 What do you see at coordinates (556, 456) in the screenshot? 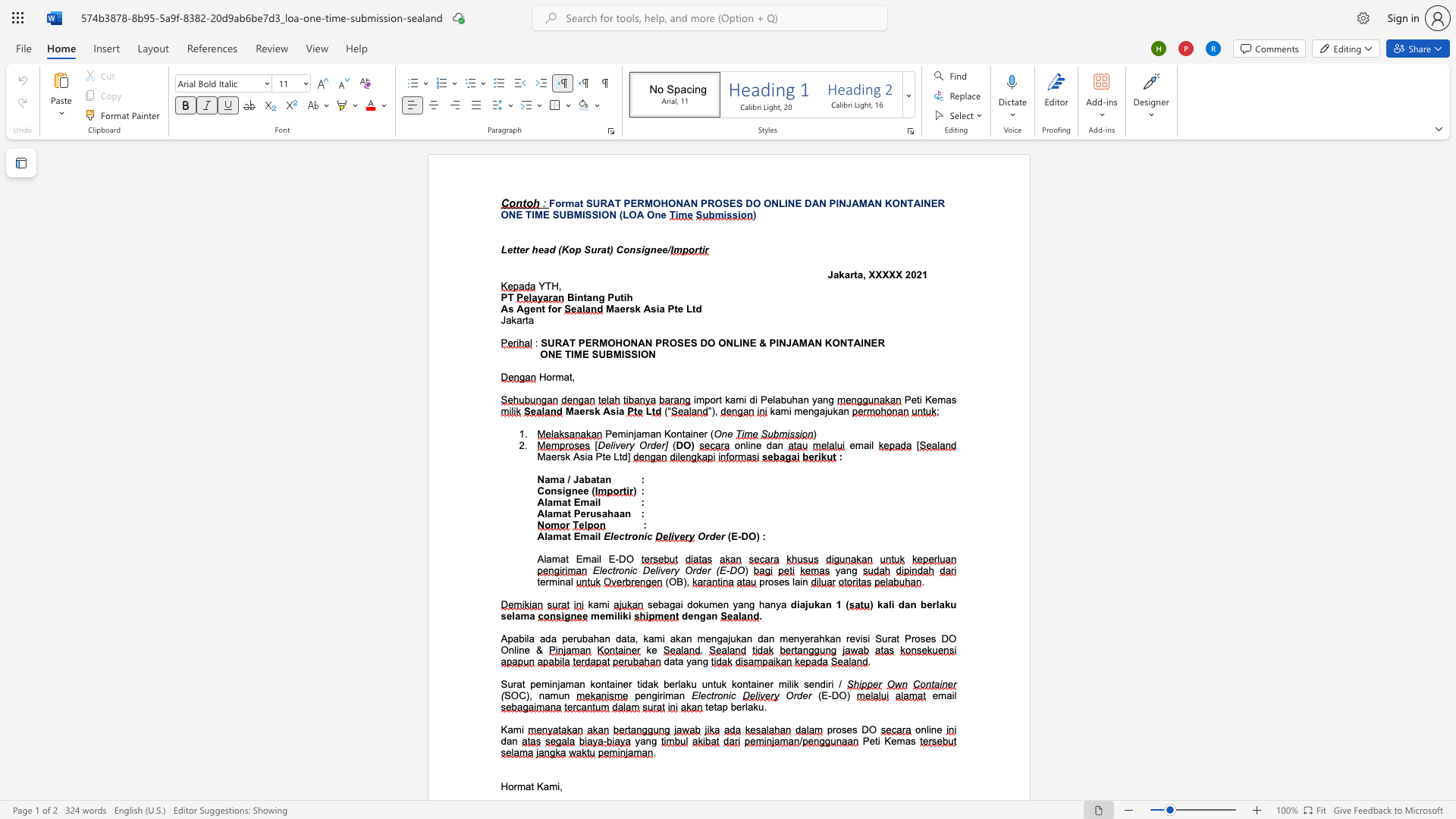
I see `the subset text "rsk Asia Pte" within the text "Maersk Asia Pte Ltd]"` at bounding box center [556, 456].